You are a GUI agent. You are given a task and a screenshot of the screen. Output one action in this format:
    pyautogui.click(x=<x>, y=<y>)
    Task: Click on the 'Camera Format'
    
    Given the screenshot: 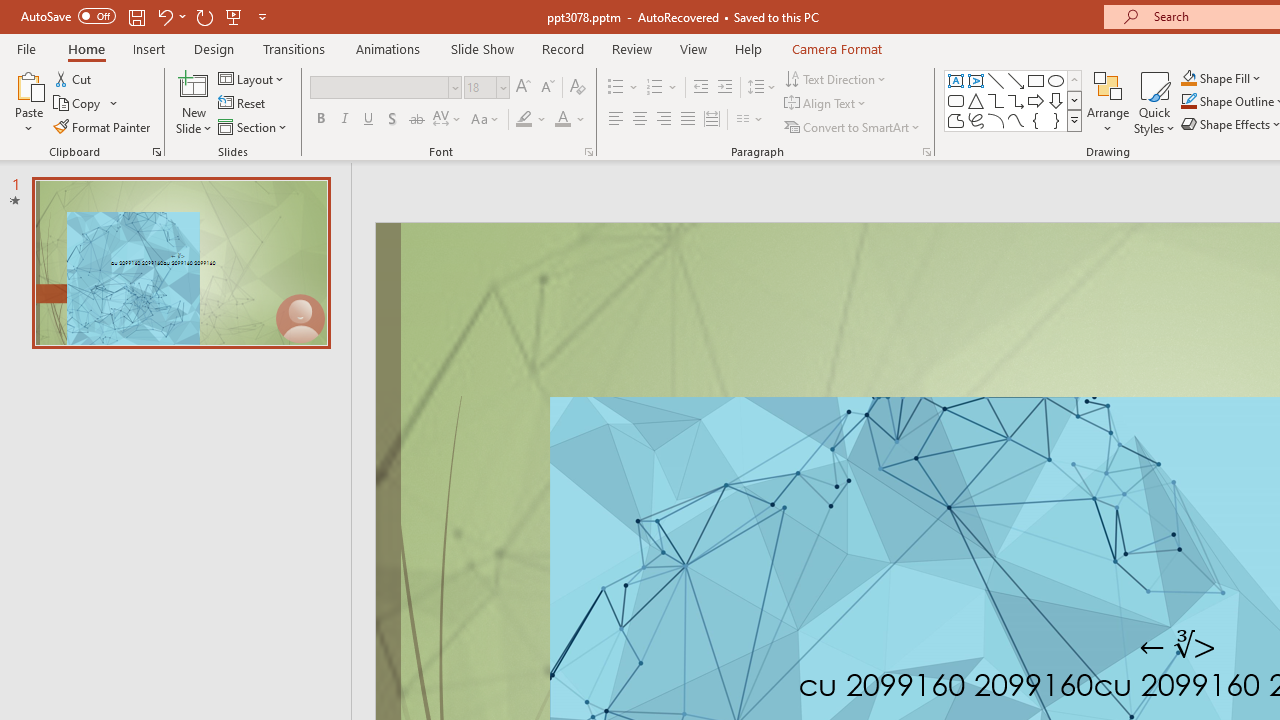 What is the action you would take?
    pyautogui.click(x=837, y=48)
    